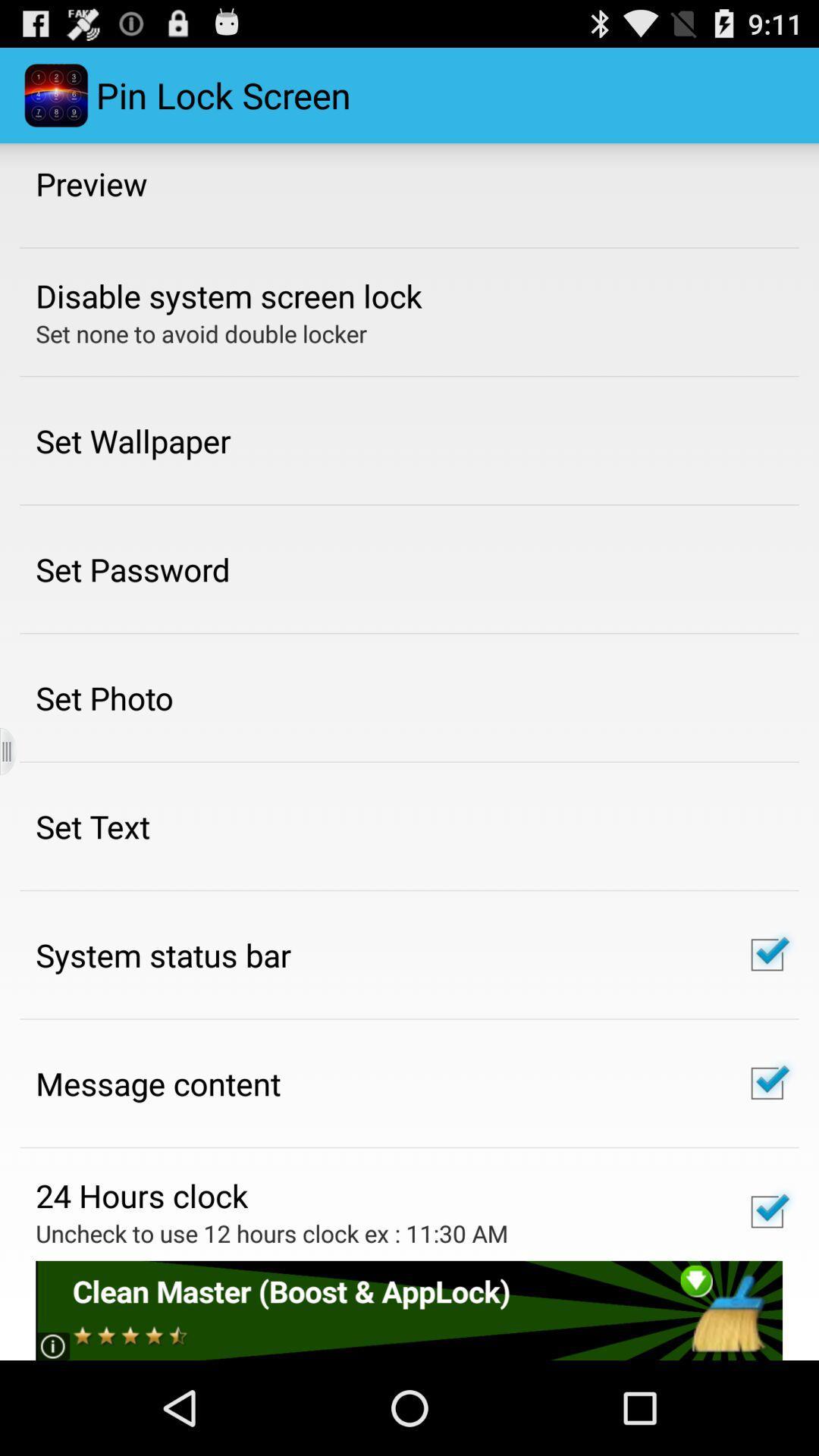 This screenshot has height=1456, width=819. Describe the element at coordinates (408, 1310) in the screenshot. I see `advertisement` at that location.